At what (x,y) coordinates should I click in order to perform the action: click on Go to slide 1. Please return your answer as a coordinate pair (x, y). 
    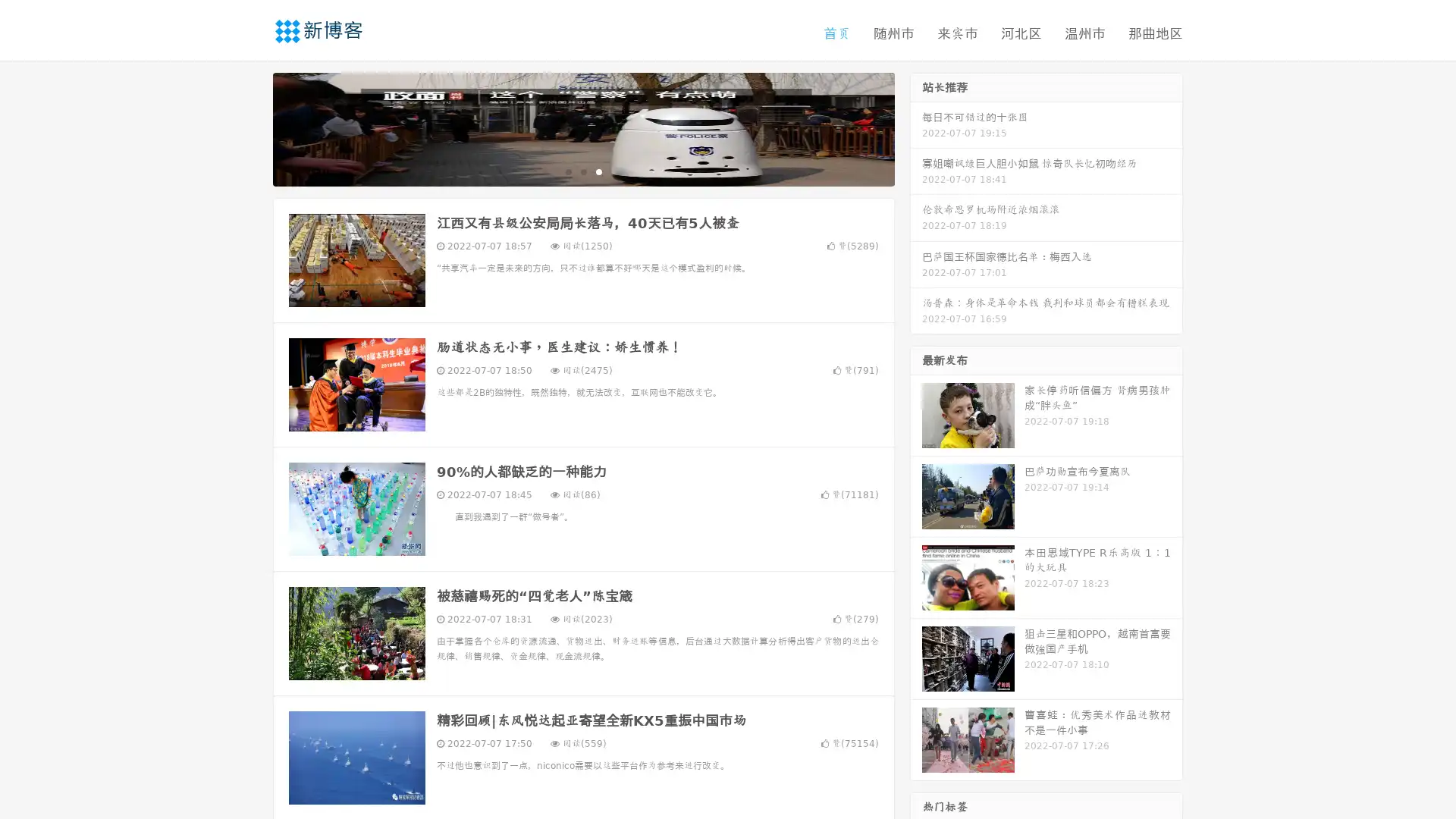
    Looking at the image, I should click on (567, 171).